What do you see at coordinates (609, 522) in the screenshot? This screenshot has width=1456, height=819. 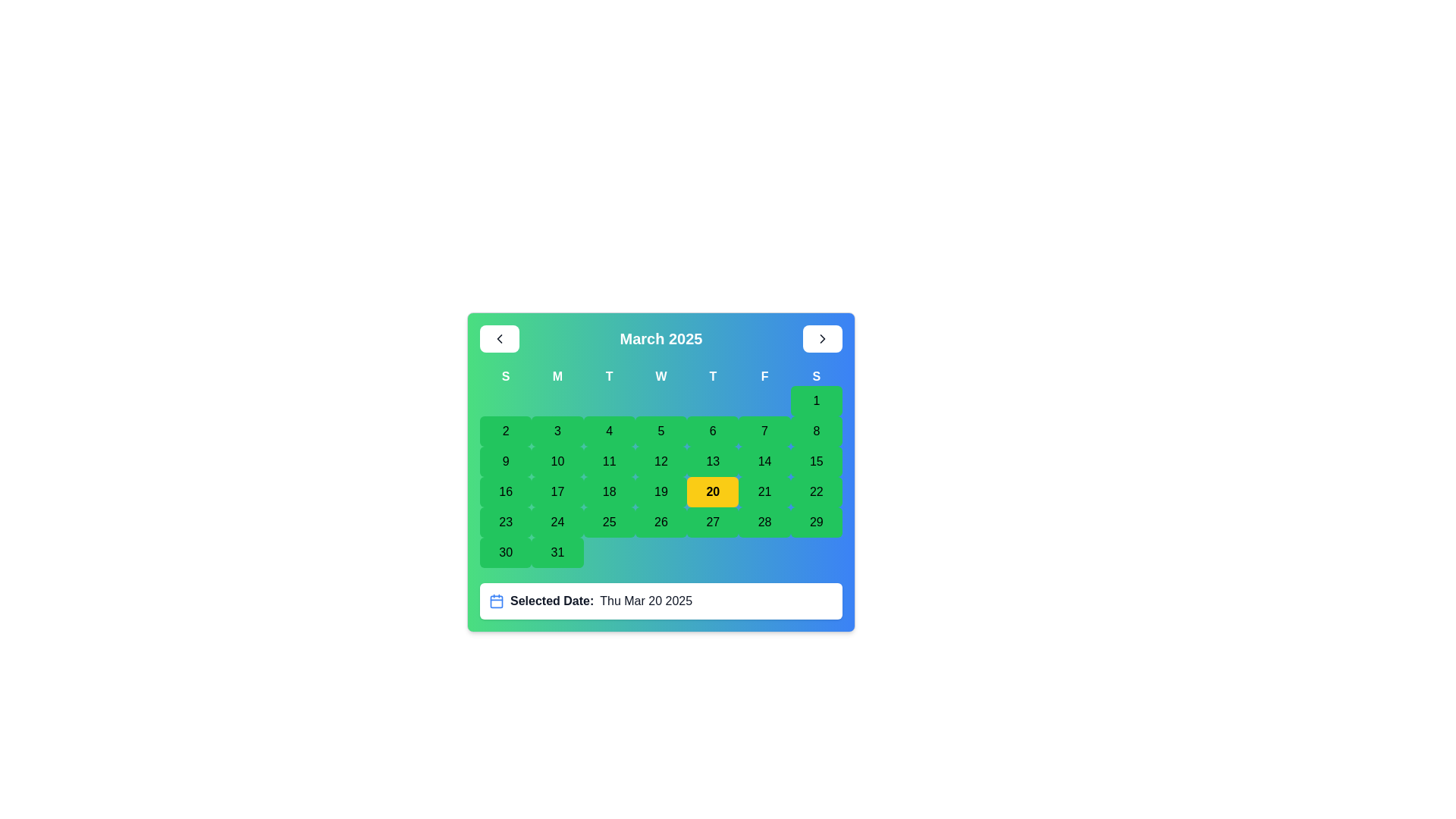 I see `the green rectangular button labeled '25' in the last row of the March 2025 calendar grid` at bounding box center [609, 522].